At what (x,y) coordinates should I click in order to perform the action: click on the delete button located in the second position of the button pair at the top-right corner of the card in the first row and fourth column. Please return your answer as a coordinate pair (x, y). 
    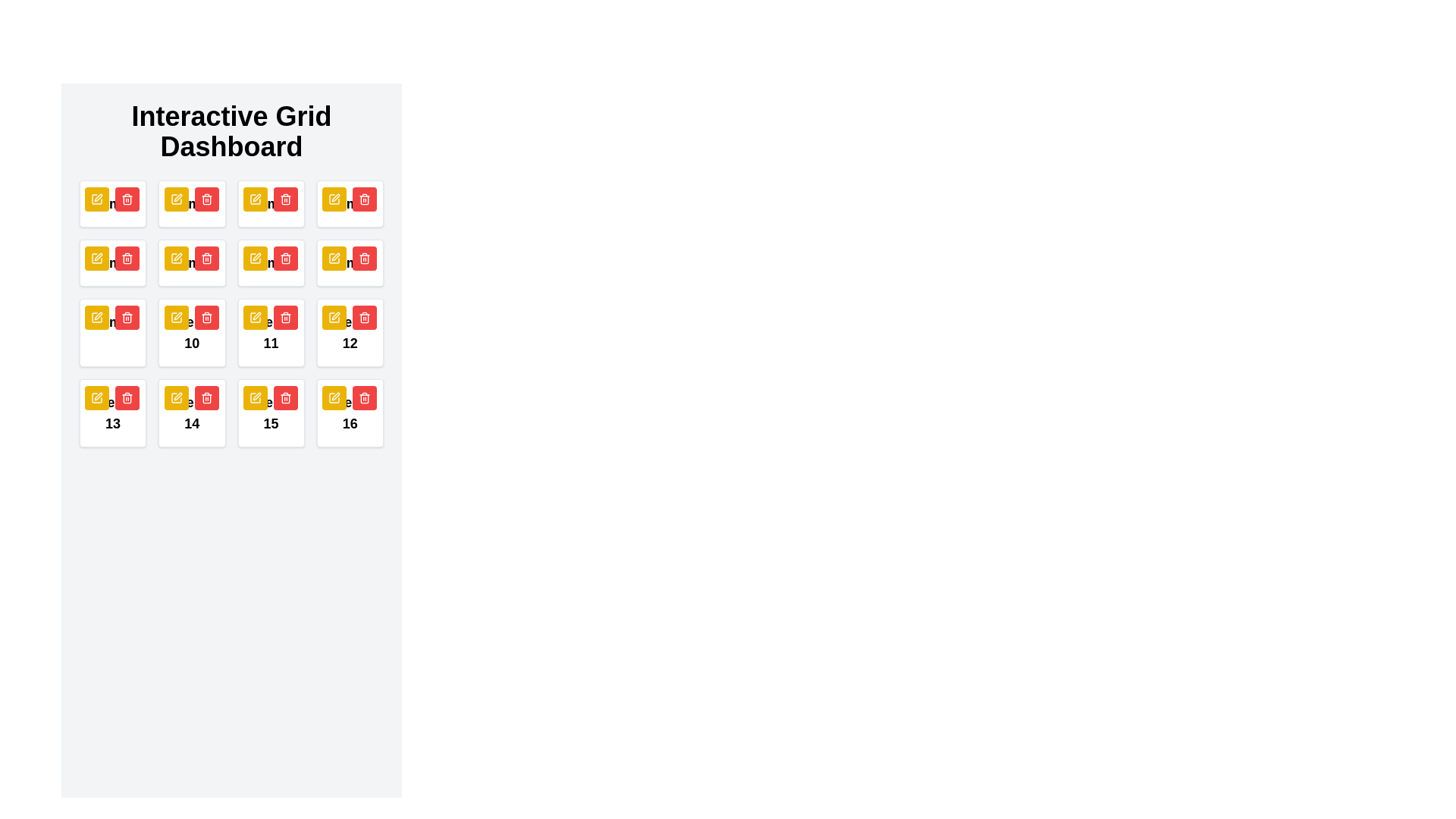
    Looking at the image, I should click on (364, 198).